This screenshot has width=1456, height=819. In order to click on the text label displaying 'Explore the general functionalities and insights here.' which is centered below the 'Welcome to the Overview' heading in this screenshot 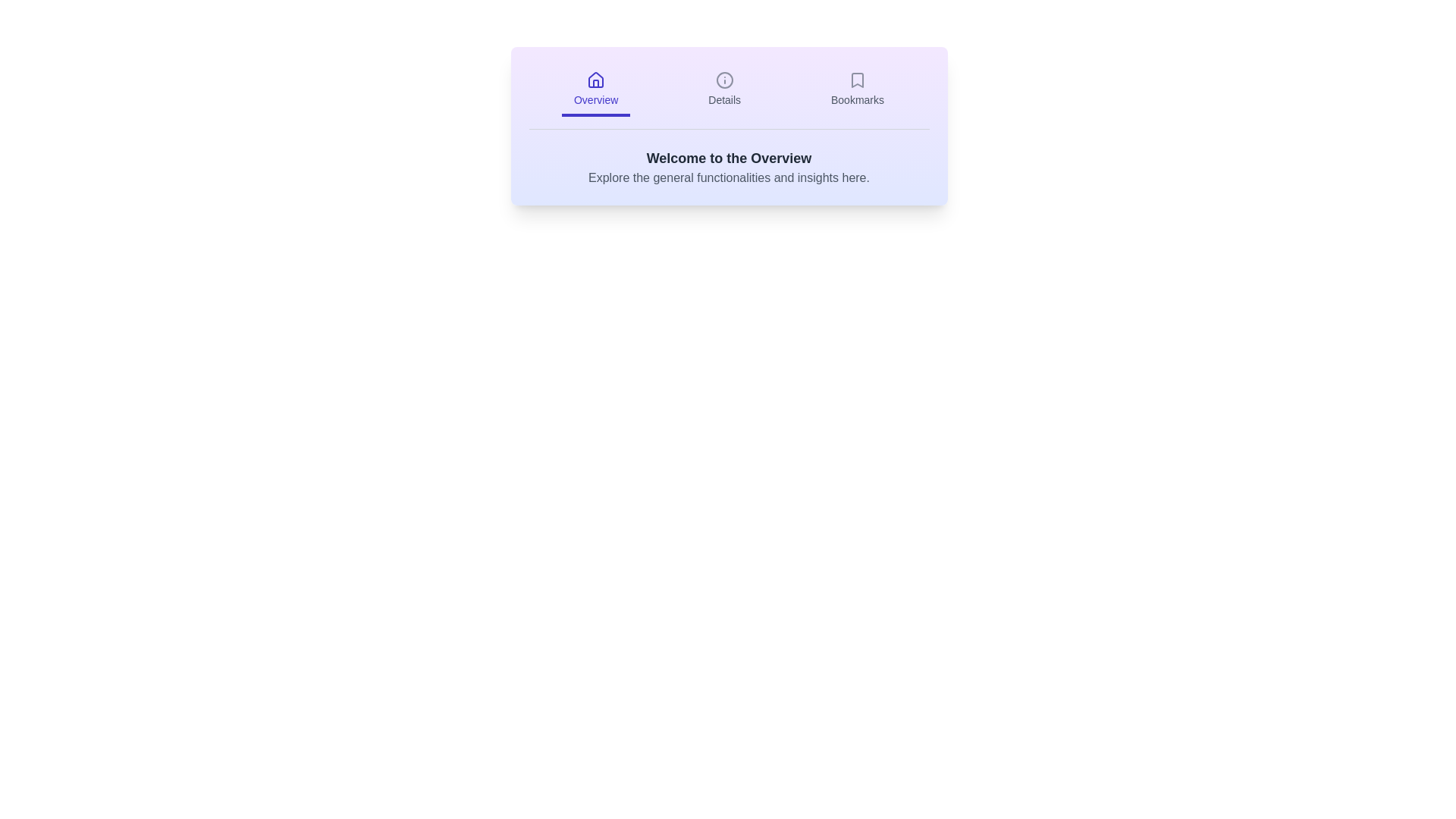, I will do `click(729, 177)`.